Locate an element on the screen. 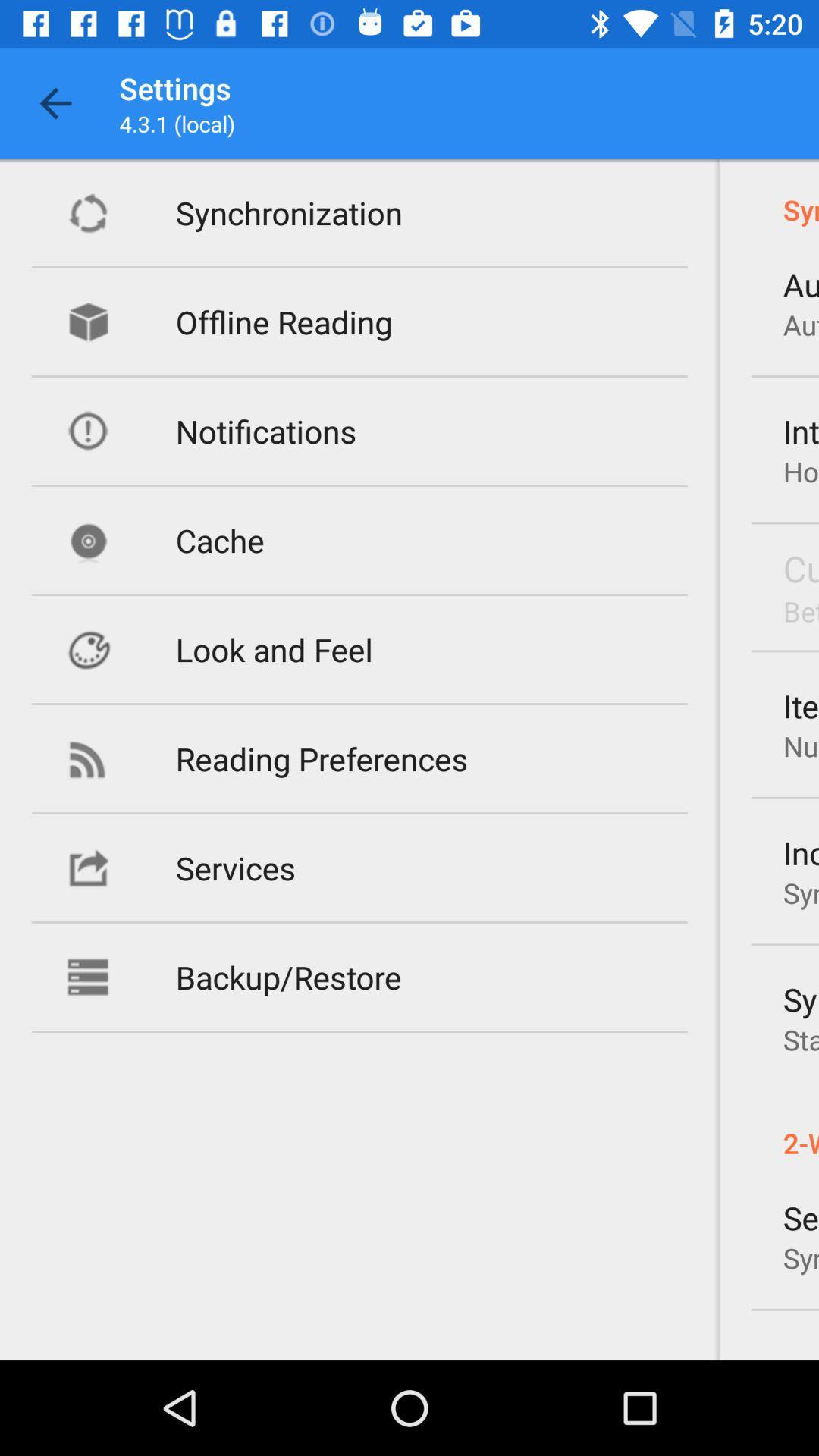 This screenshot has width=819, height=1456. the item to the right of offline reading item is located at coordinates (800, 324).